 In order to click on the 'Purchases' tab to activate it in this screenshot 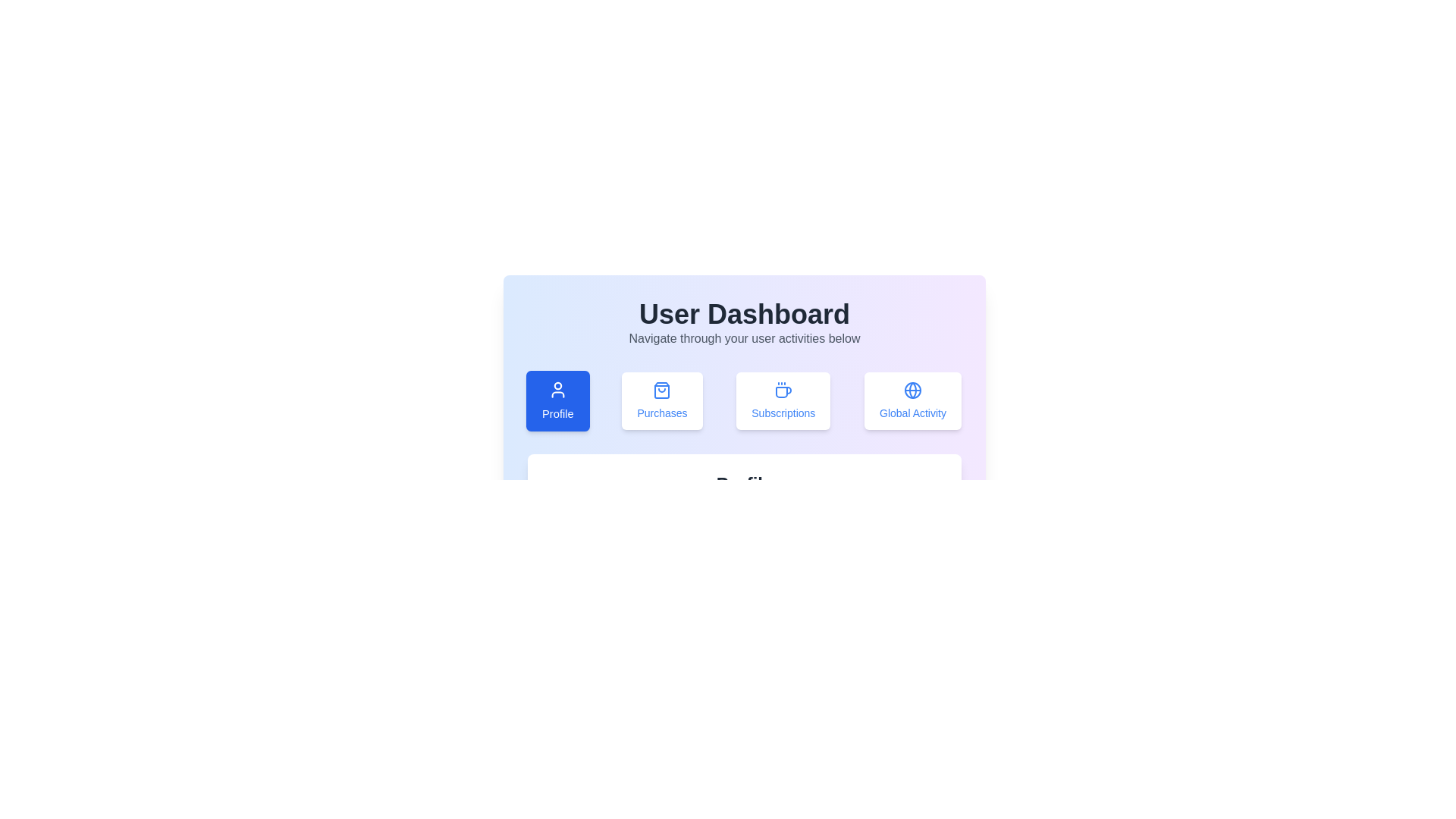, I will do `click(662, 400)`.